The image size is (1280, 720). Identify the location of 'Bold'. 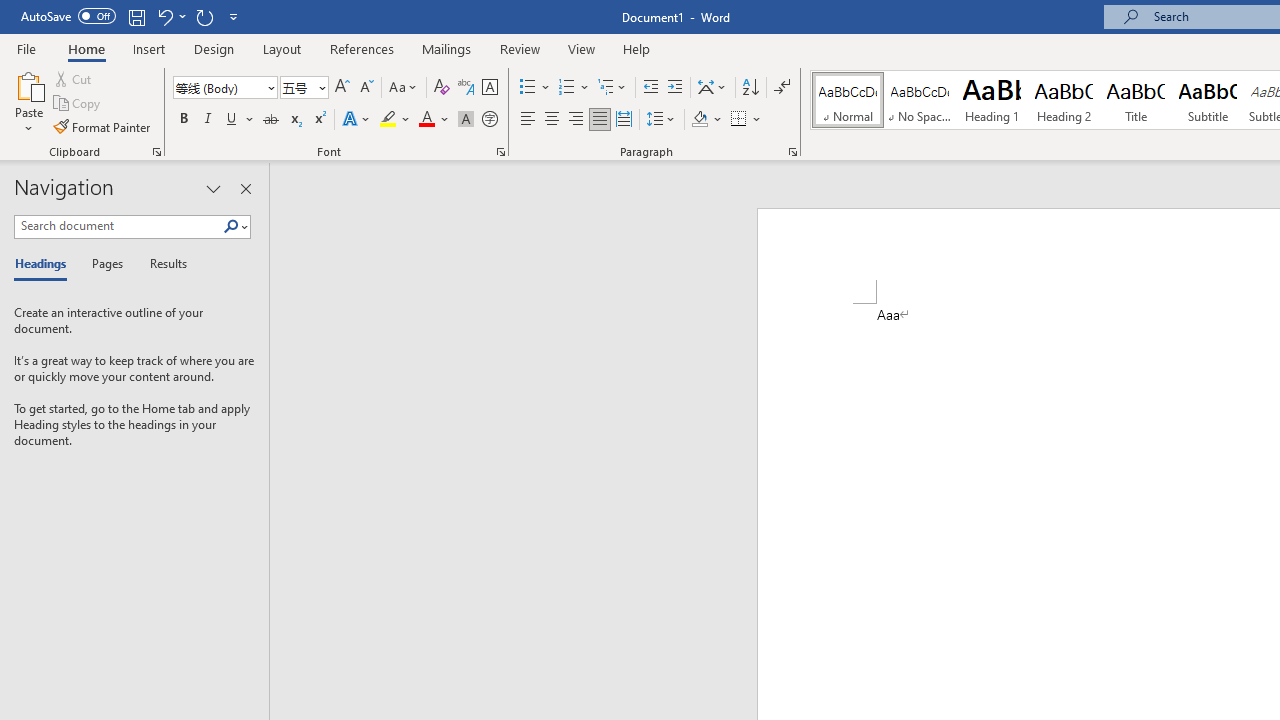
(183, 119).